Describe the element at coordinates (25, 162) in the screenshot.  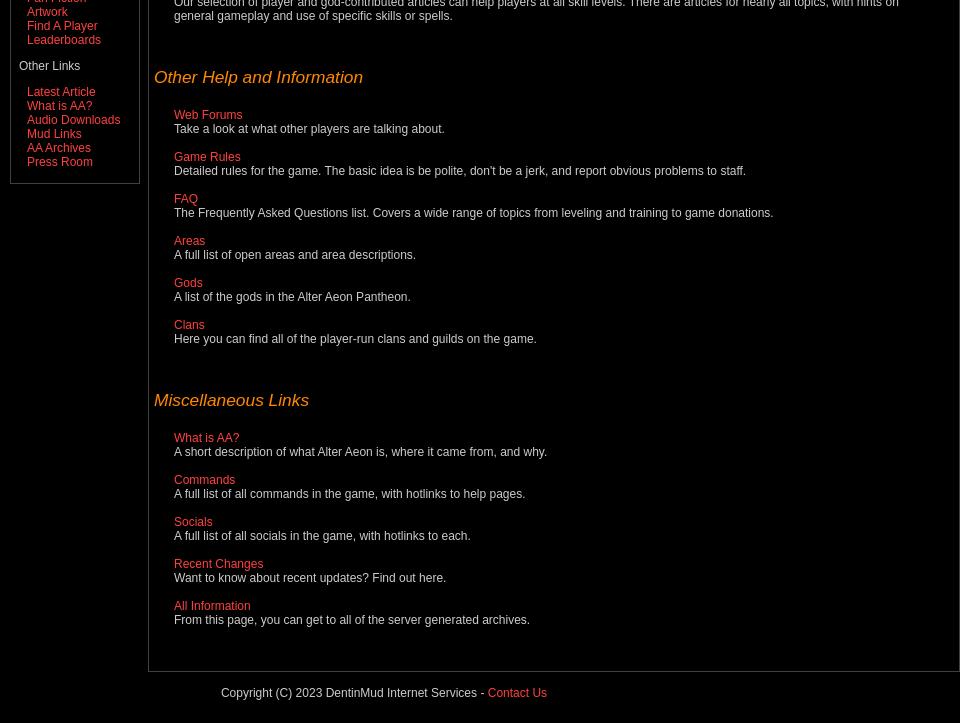
I see `'Press Room'` at that location.